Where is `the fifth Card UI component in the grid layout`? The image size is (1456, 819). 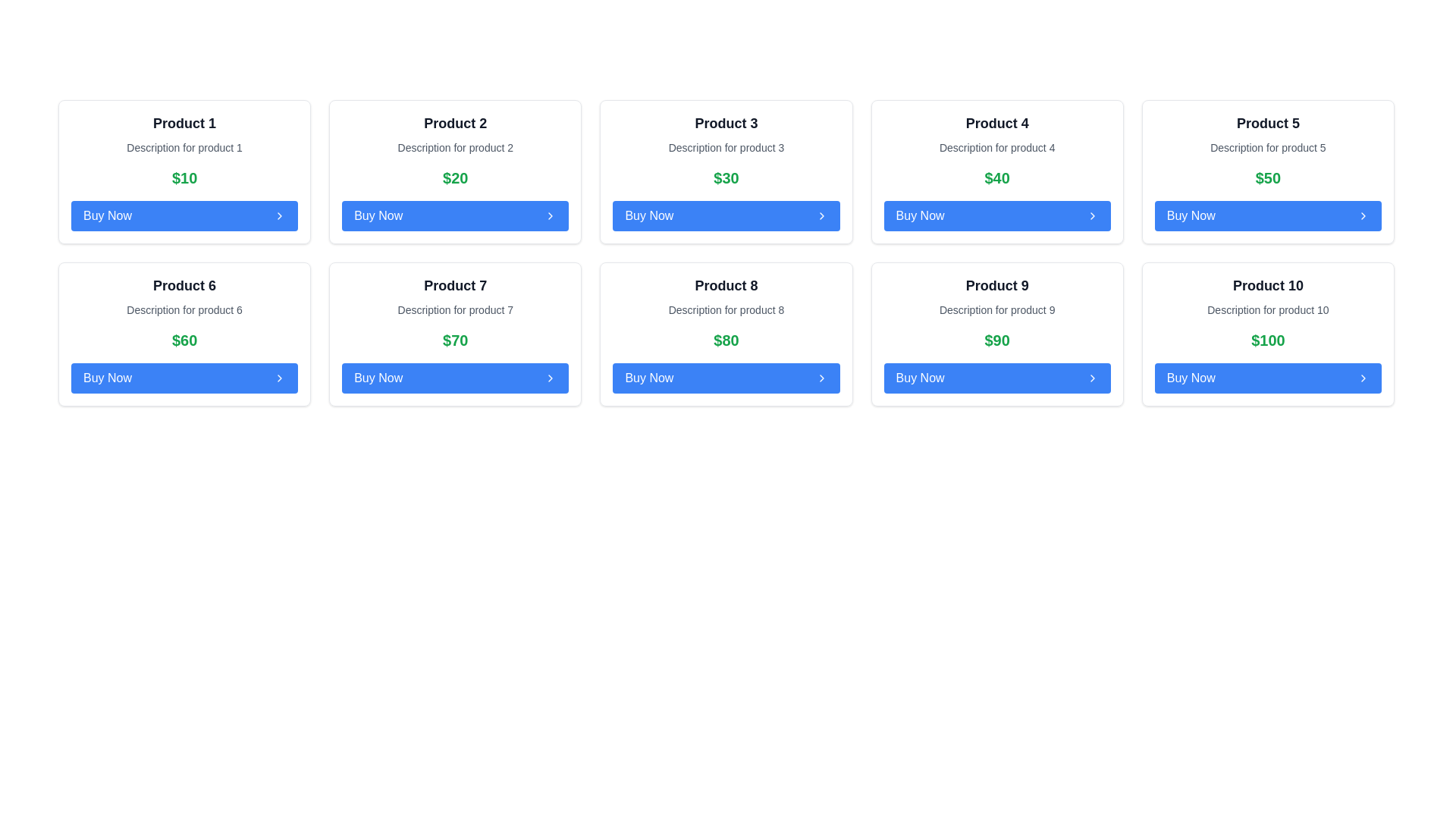 the fifth Card UI component in the grid layout is located at coordinates (1268, 171).